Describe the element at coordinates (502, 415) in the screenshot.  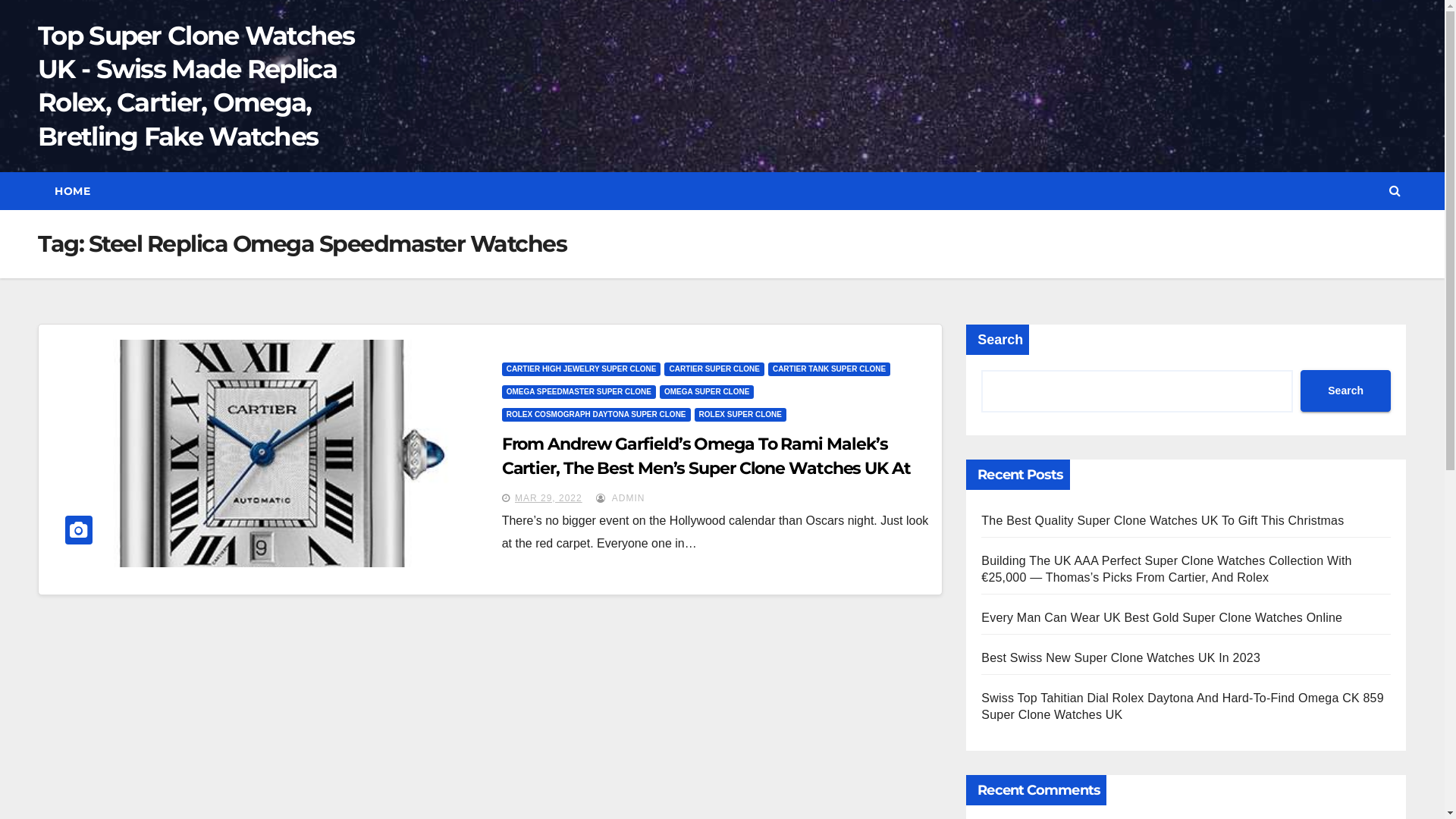
I see `'ROLEX COSMOGRAPH DAYTONA SUPER CLONE'` at that location.